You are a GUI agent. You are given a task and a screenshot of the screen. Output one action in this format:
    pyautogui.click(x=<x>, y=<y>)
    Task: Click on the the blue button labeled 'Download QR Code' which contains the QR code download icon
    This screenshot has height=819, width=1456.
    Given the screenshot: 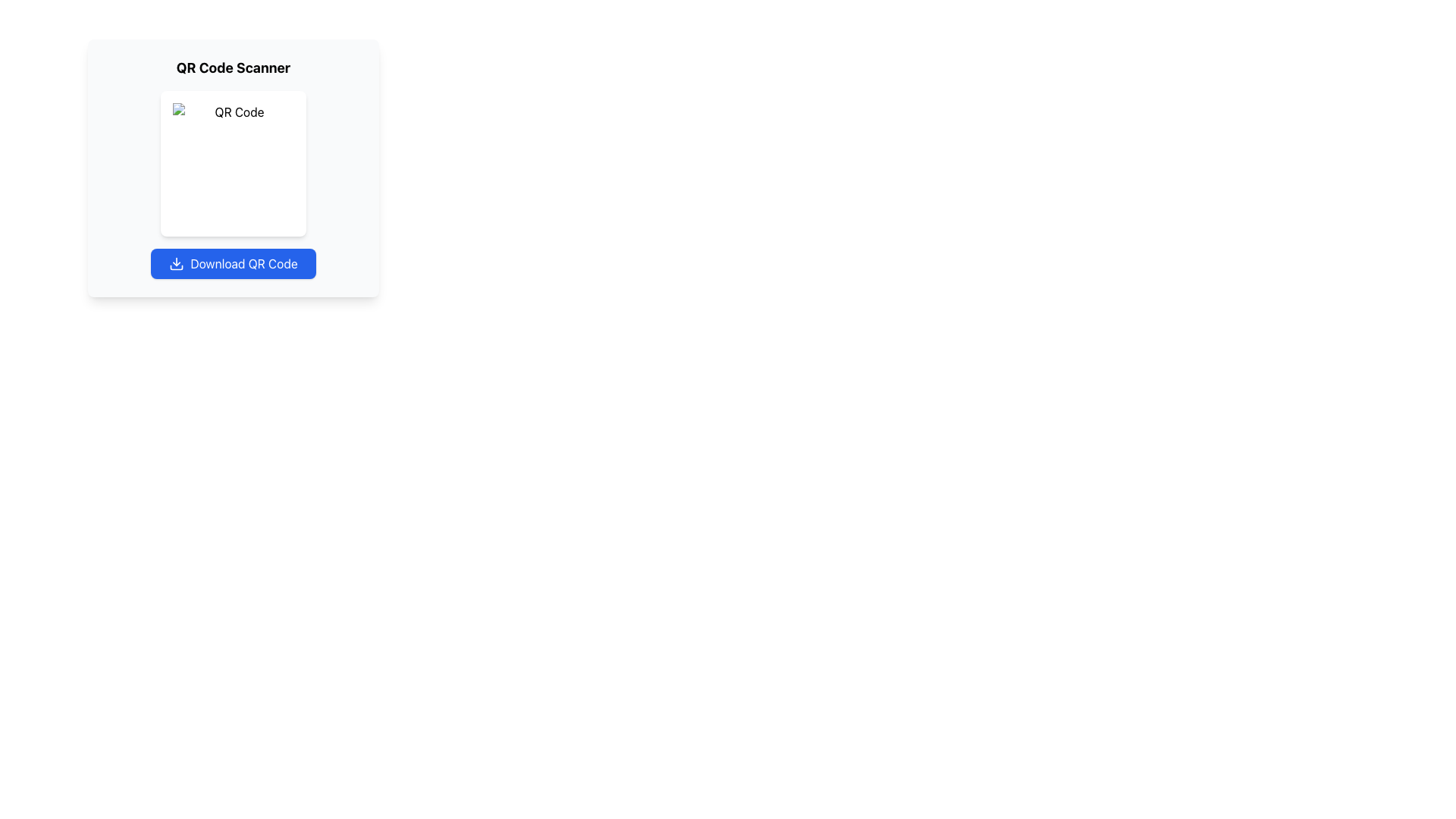 What is the action you would take?
    pyautogui.click(x=177, y=262)
    